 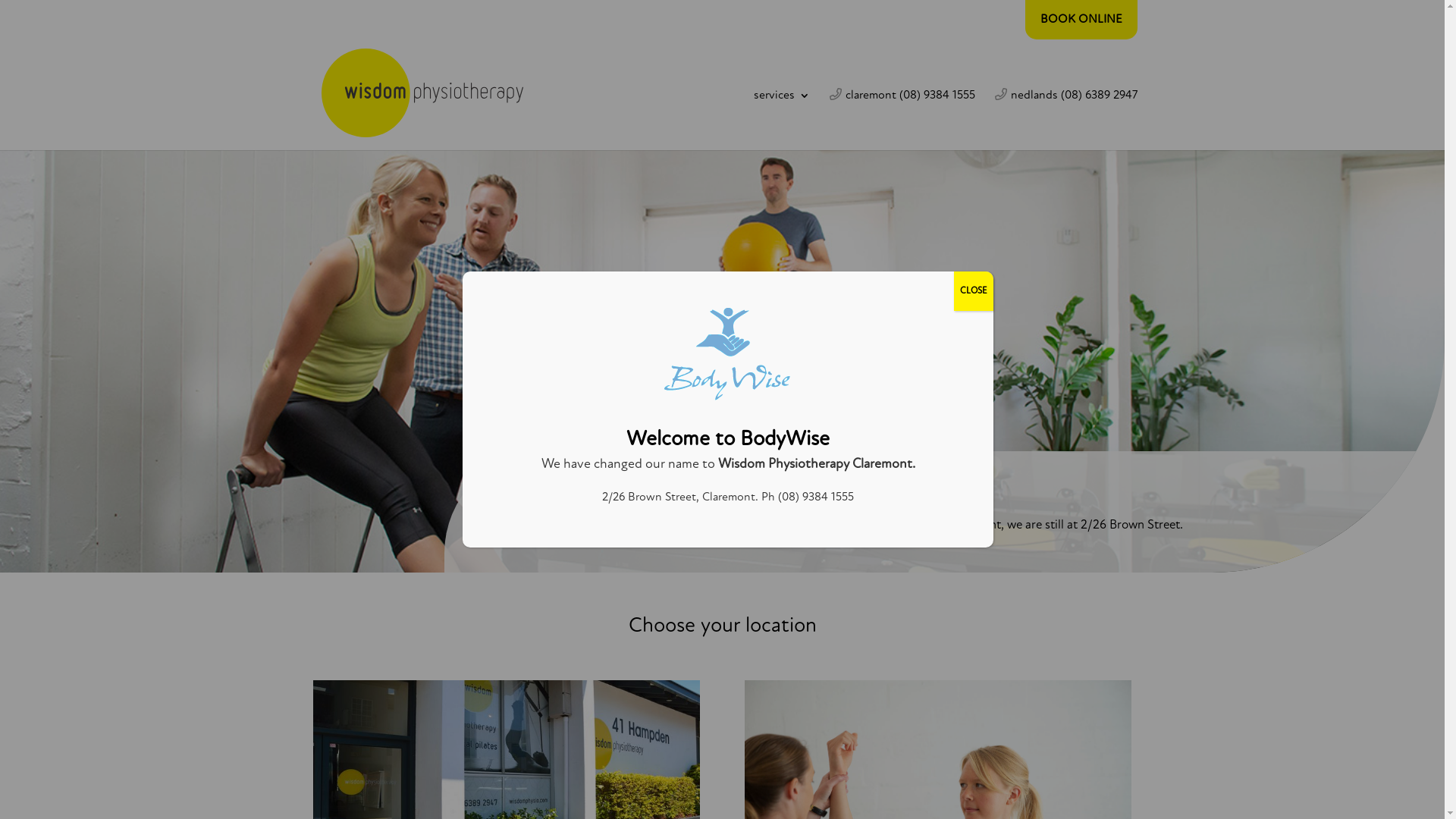 I want to click on 'claremont (08) 9384 1555', so click(x=902, y=118).